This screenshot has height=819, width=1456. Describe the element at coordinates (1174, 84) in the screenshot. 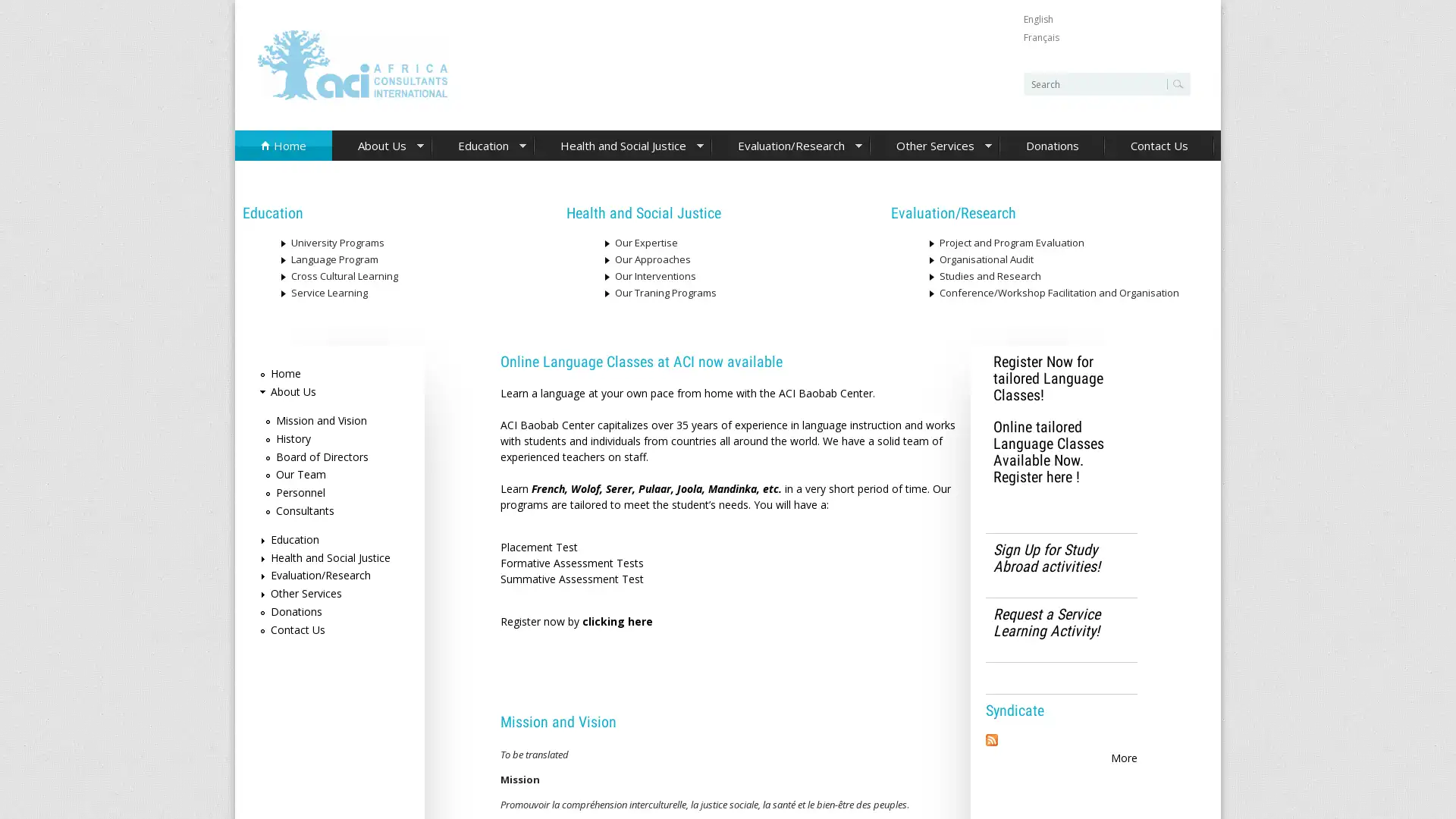

I see `Search` at that location.